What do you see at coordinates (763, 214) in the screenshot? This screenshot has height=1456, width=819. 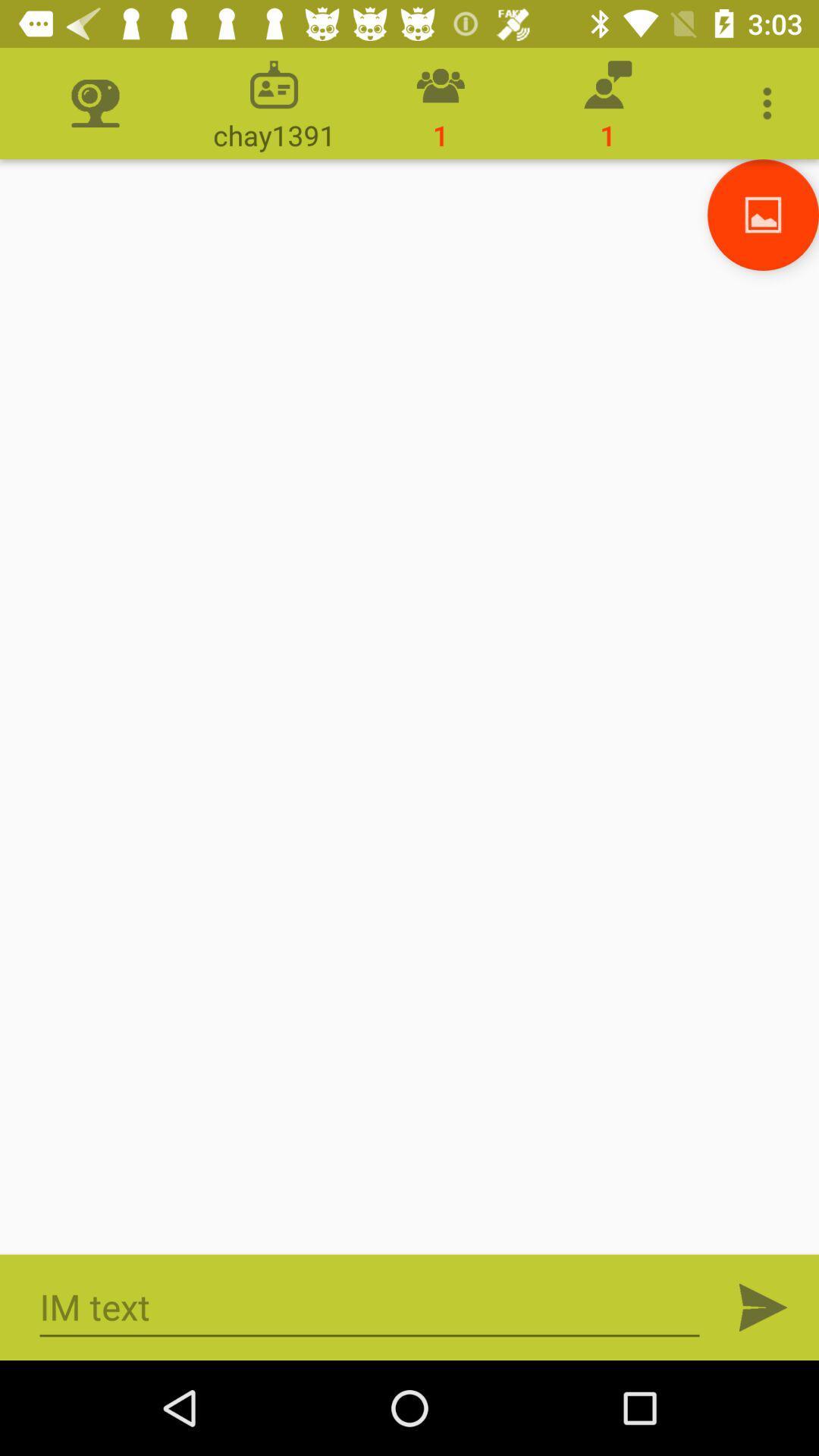 I see `image button` at bounding box center [763, 214].